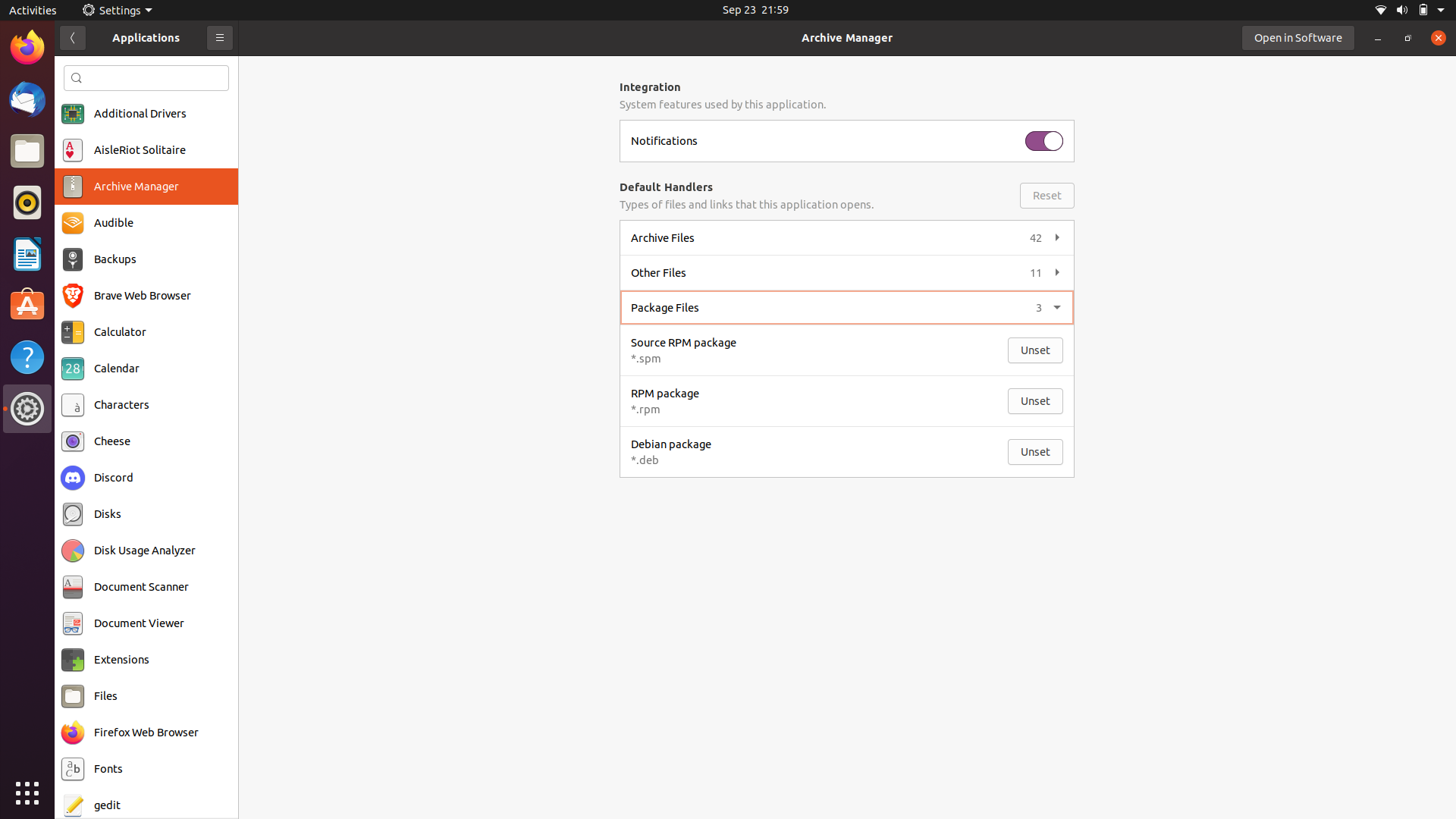 The height and width of the screenshot is (819, 1456). What do you see at coordinates (1035, 400) in the screenshot?
I see `unset rpm package` at bounding box center [1035, 400].